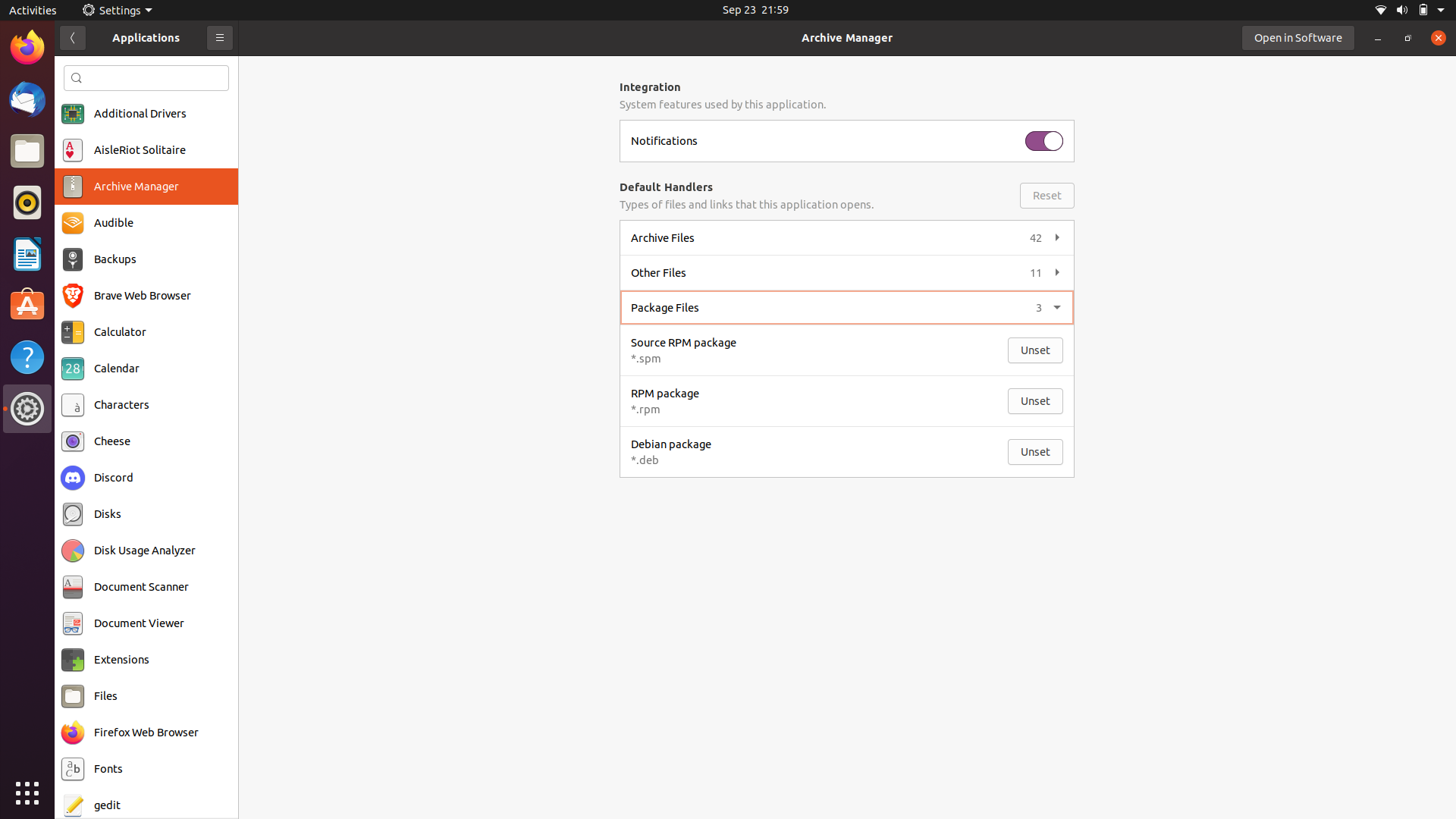 The height and width of the screenshot is (819, 1456). What do you see at coordinates (1035, 400) in the screenshot?
I see `unset rpm package` at bounding box center [1035, 400].